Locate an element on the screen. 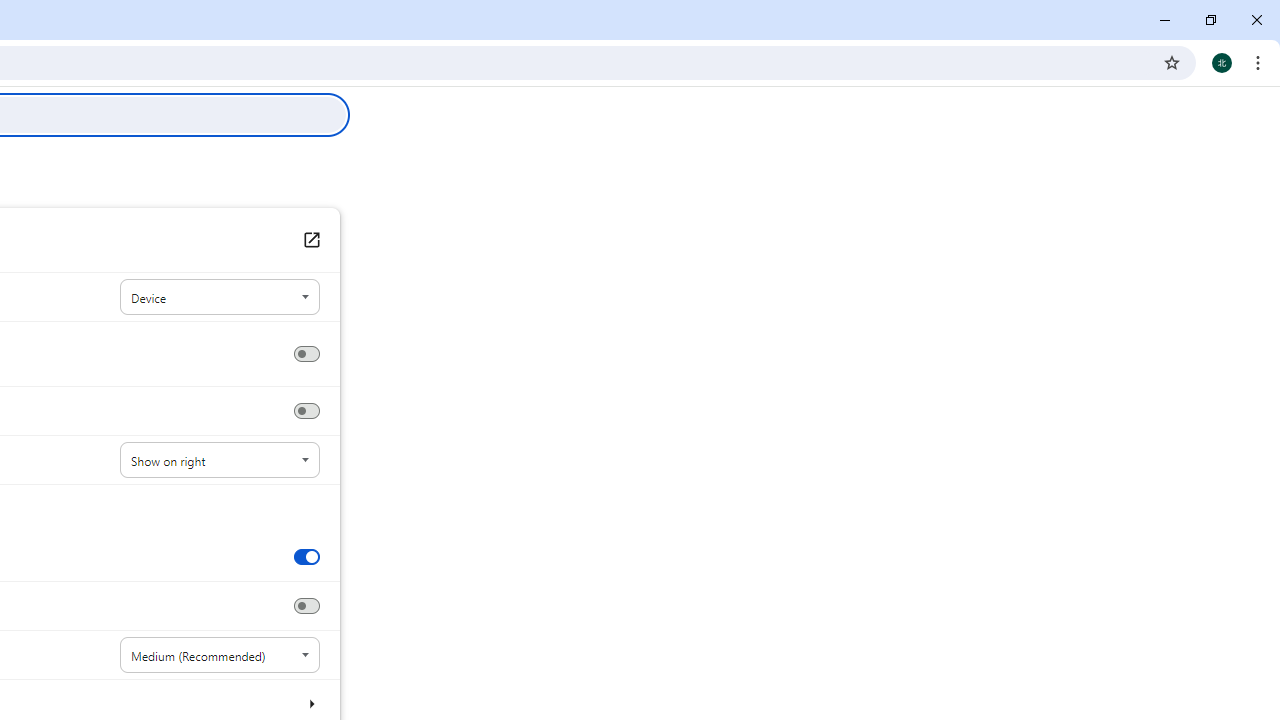 Image resolution: width=1280 pixels, height=720 pixels. 'Show tab preview images' is located at coordinates (305, 557).